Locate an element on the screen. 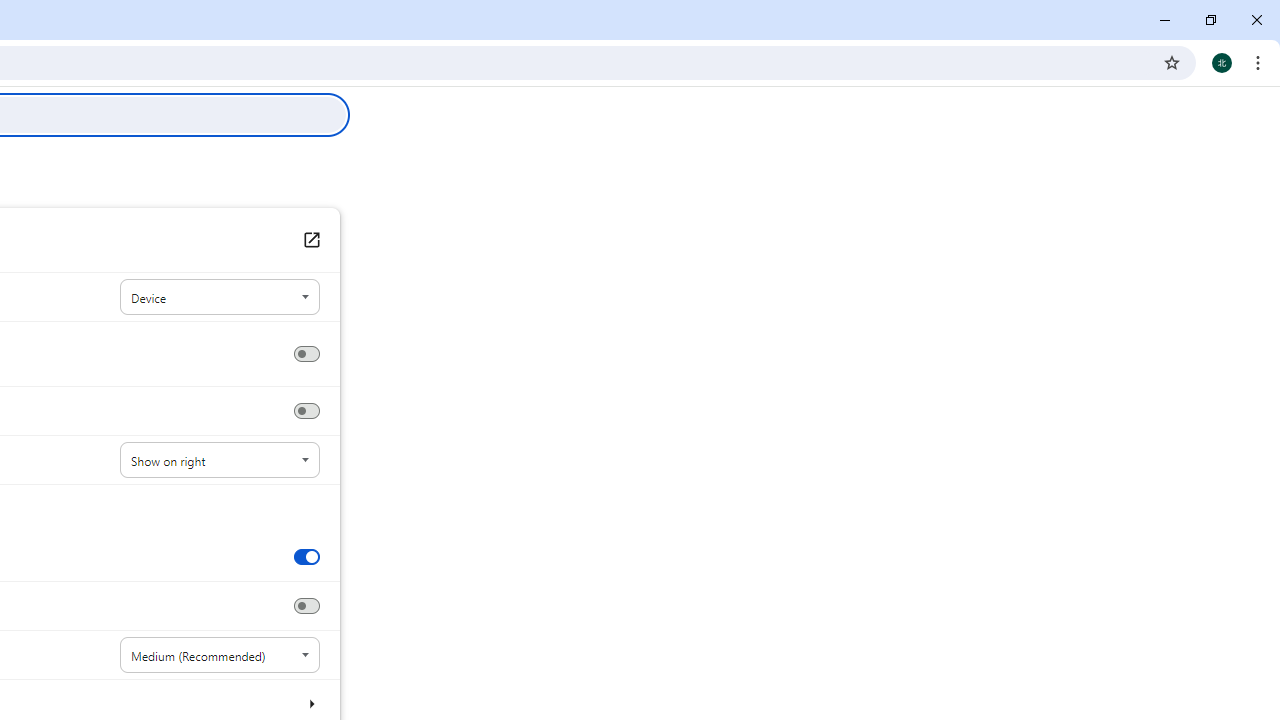 Image resolution: width=1280 pixels, height=720 pixels. 'Show tab preview images' is located at coordinates (305, 557).